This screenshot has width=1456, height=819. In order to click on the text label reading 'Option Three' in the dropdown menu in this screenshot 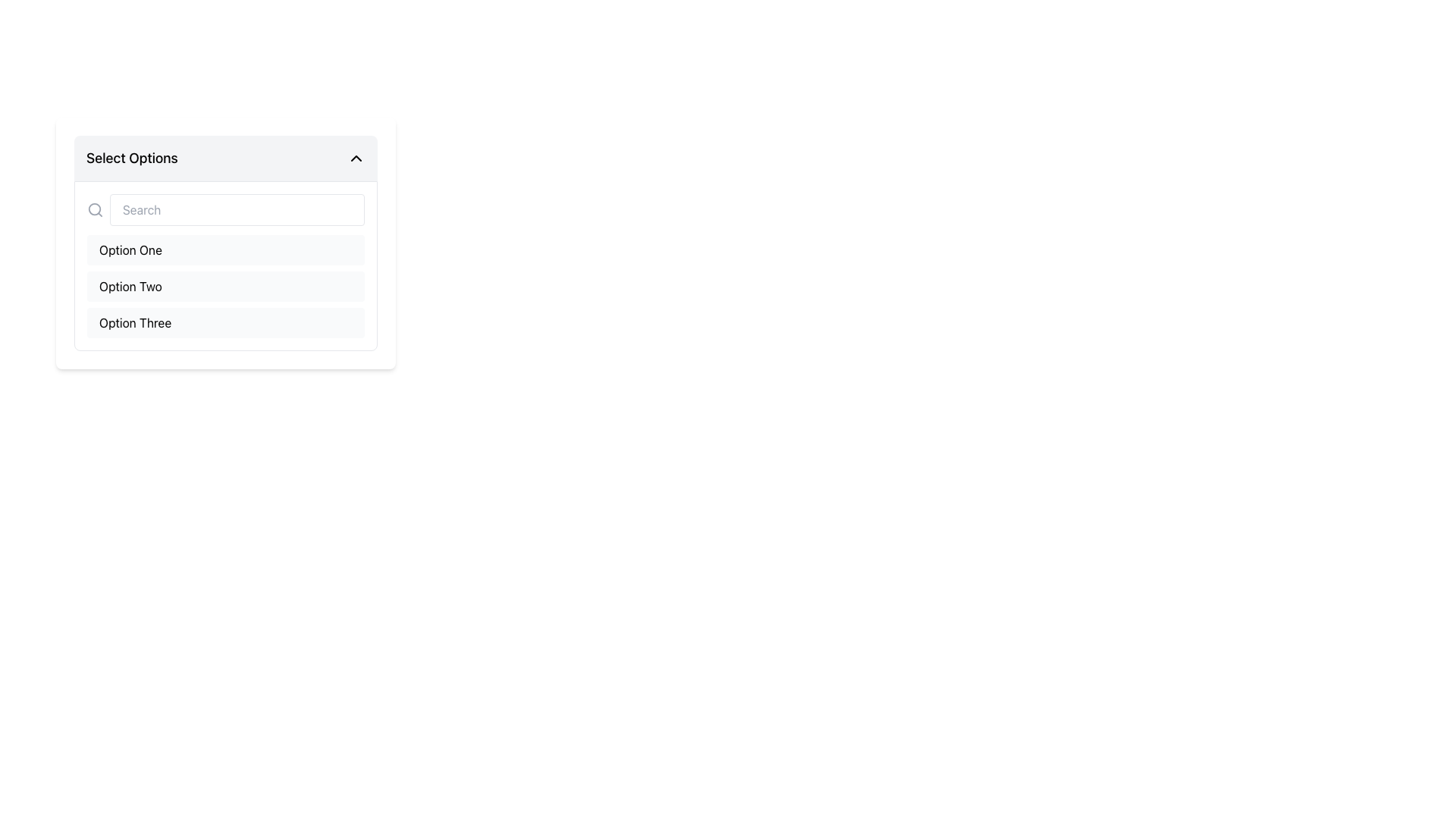, I will do `click(135, 322)`.